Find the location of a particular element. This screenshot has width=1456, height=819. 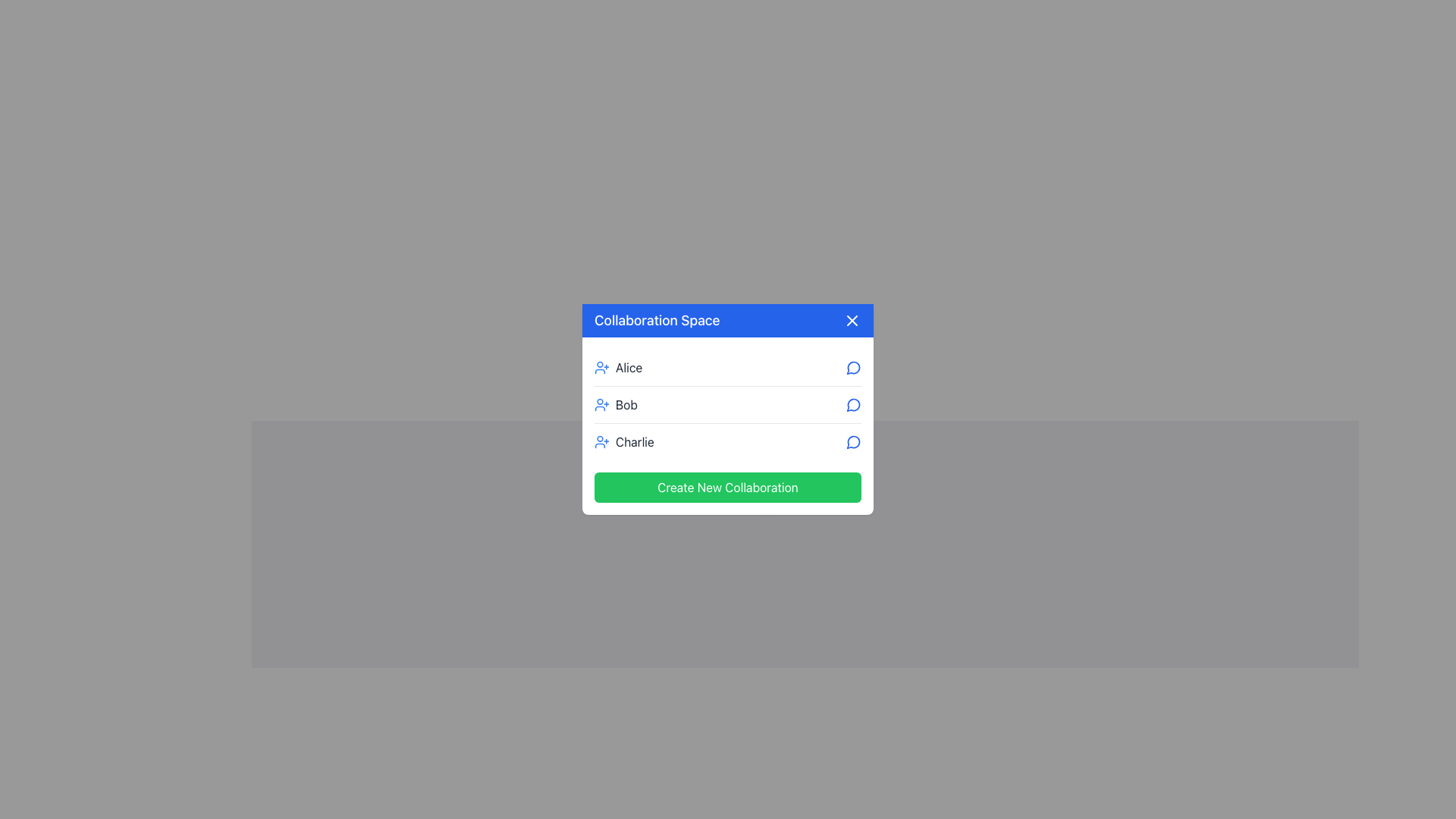

the label containing the name 'Bob' which is styled in bold, dark font and is located next to a user icon with a plus sign, indicating an invitation. This label is the second item in a vertically aligned list within a modal dialog is located at coordinates (616, 403).